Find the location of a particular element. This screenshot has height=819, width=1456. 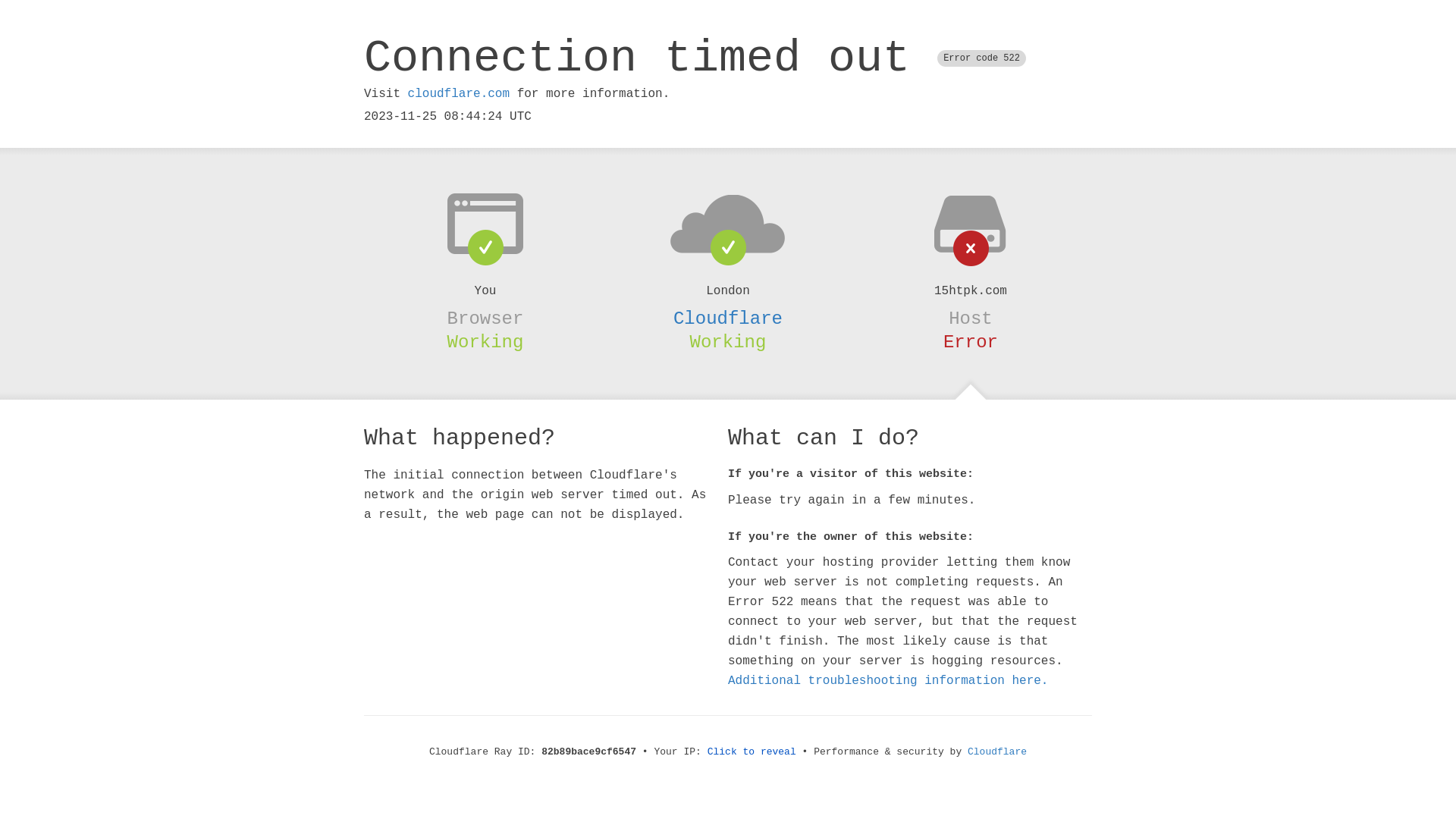

'Additional troubleshooting information here.' is located at coordinates (888, 680).